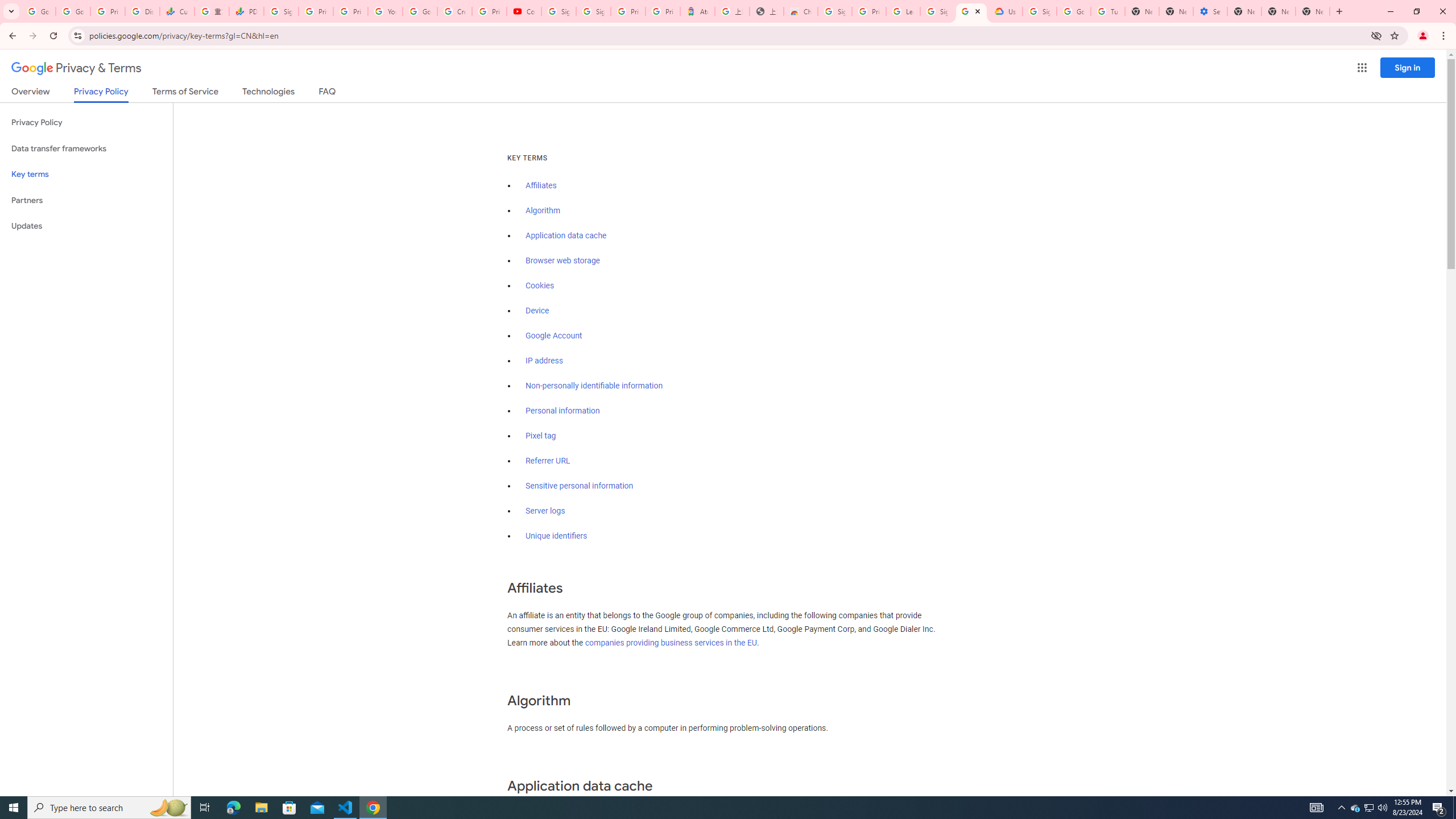 This screenshot has width=1456, height=819. Describe the element at coordinates (593, 385) in the screenshot. I see `'Non-personally identifiable information'` at that location.